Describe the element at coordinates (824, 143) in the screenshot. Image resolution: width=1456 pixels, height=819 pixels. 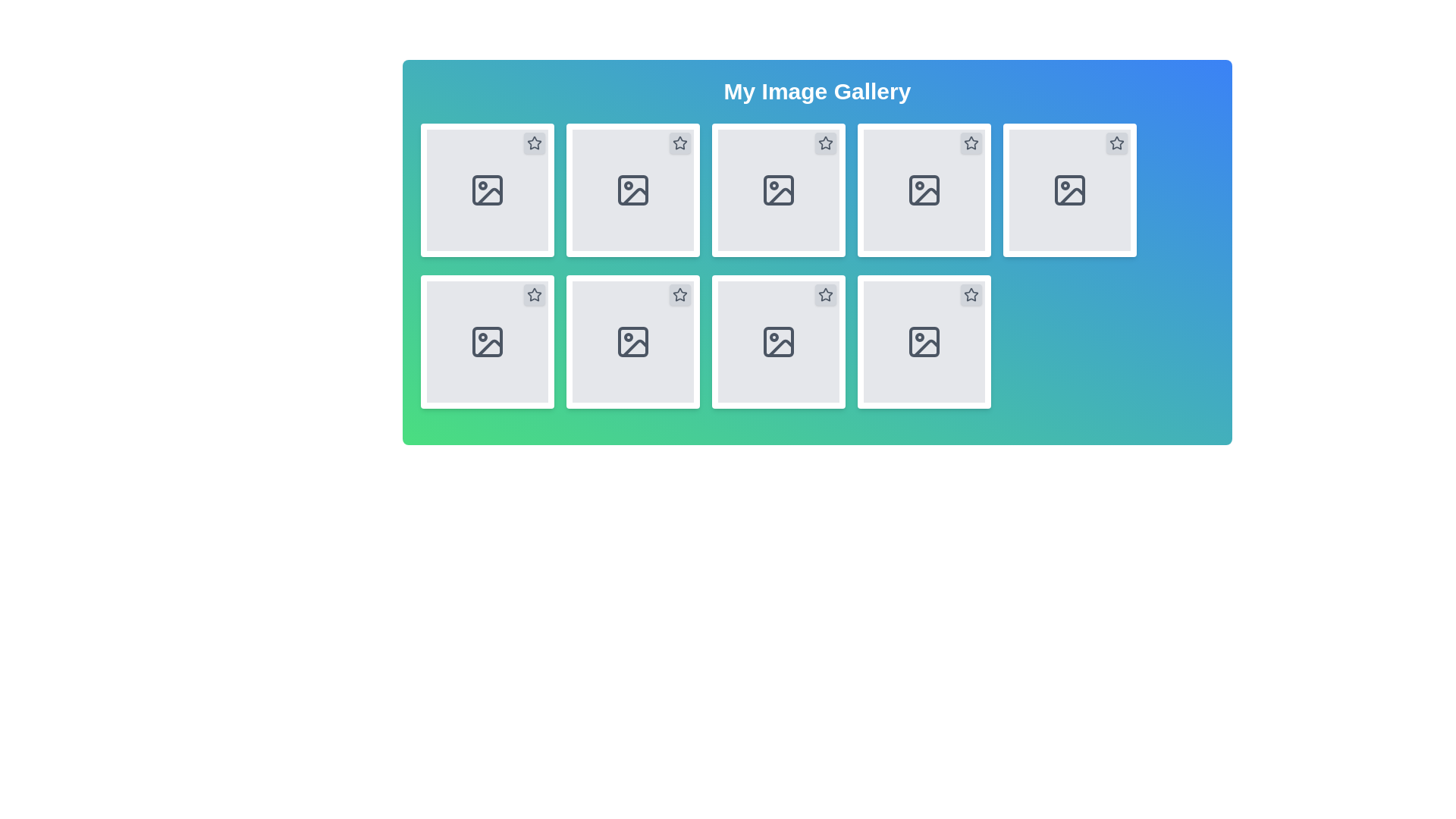
I see `the gray star icon located at the top-right corner of the fourth image in the first row of a 4x3 grid layout` at that location.